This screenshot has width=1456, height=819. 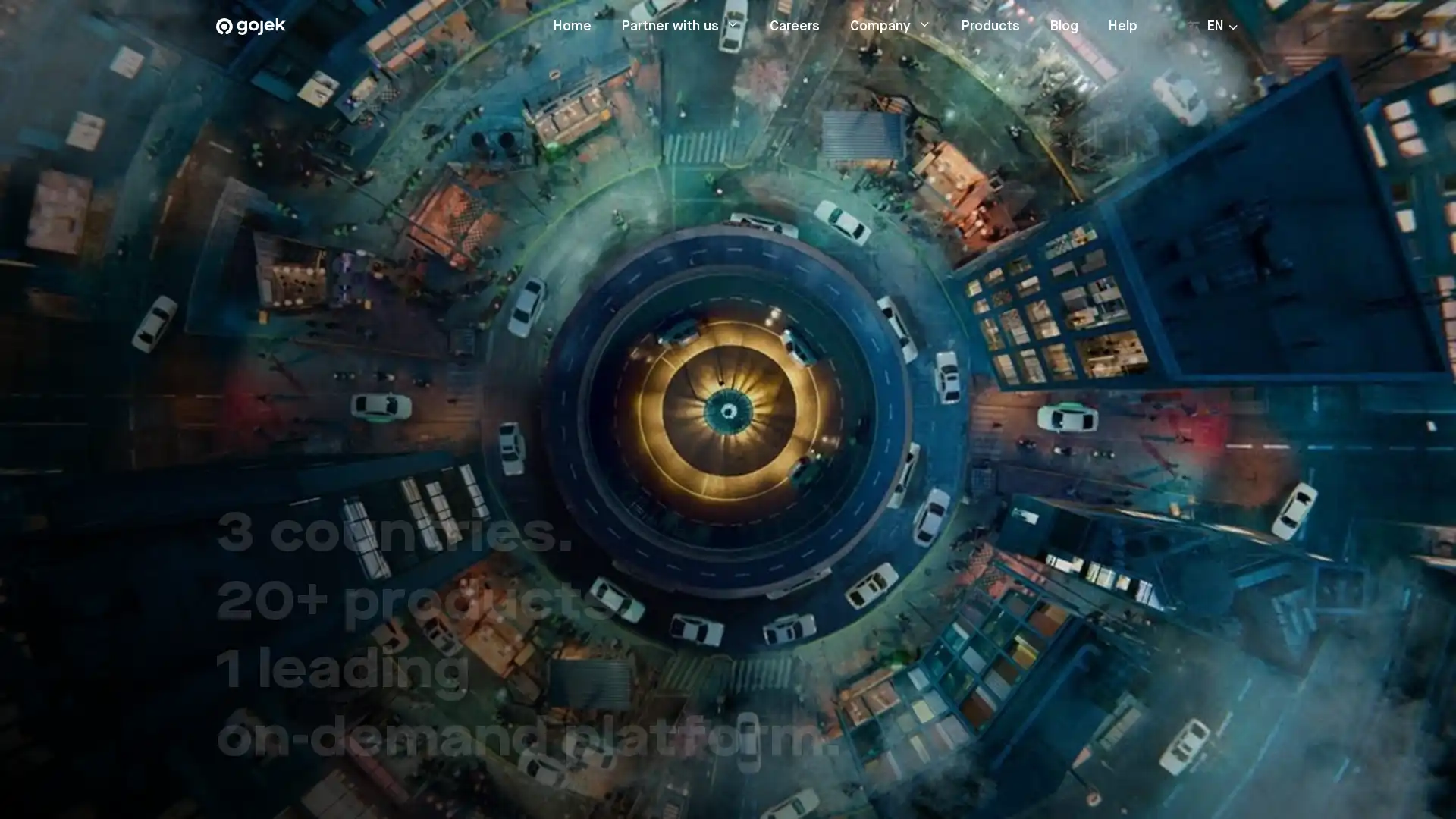 I want to click on Accept All Cookies, so click(x=1169, y=766).